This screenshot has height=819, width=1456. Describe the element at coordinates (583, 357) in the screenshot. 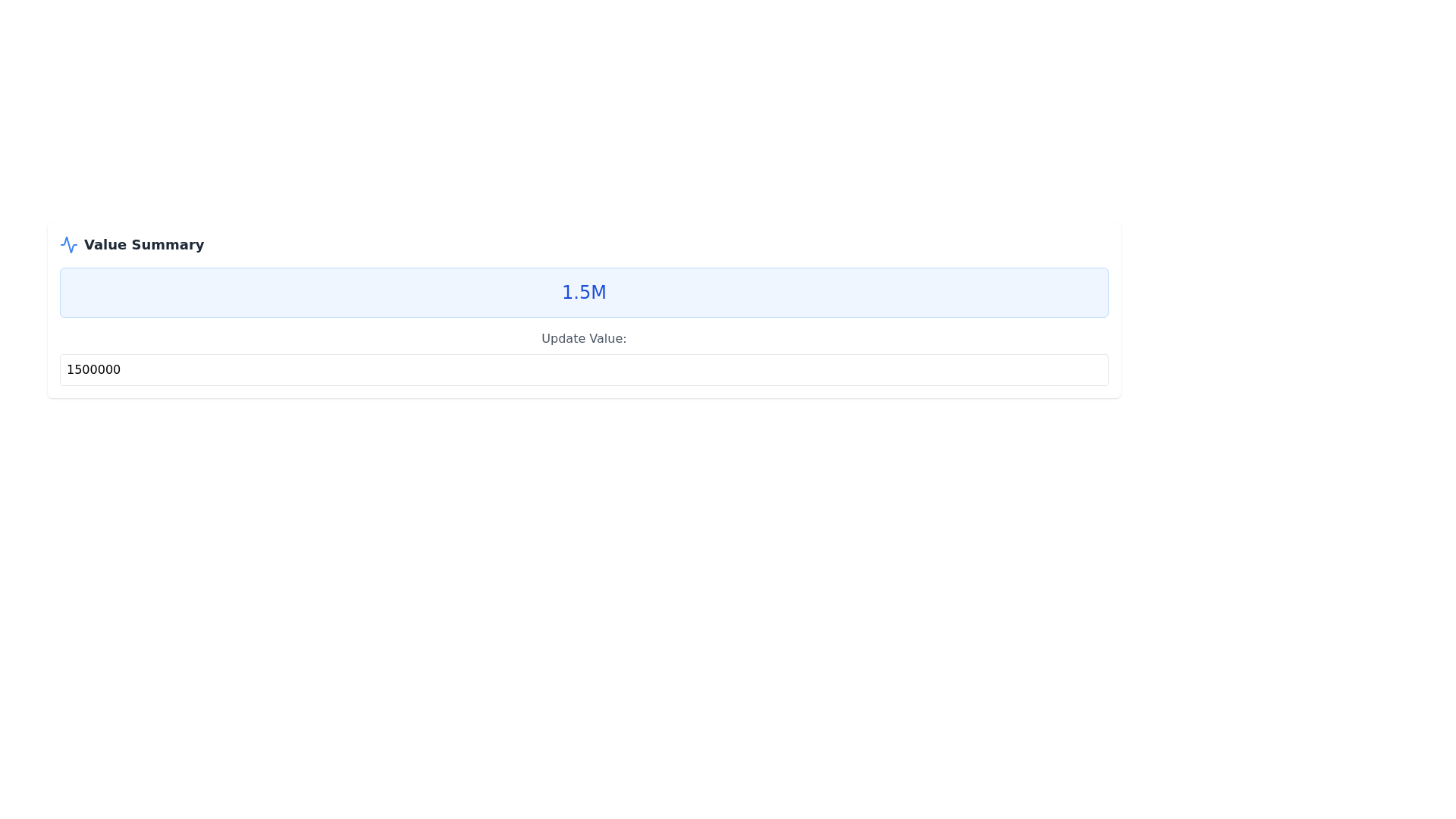

I see `the input field labeled 'Update Value:' to focus on it` at that location.